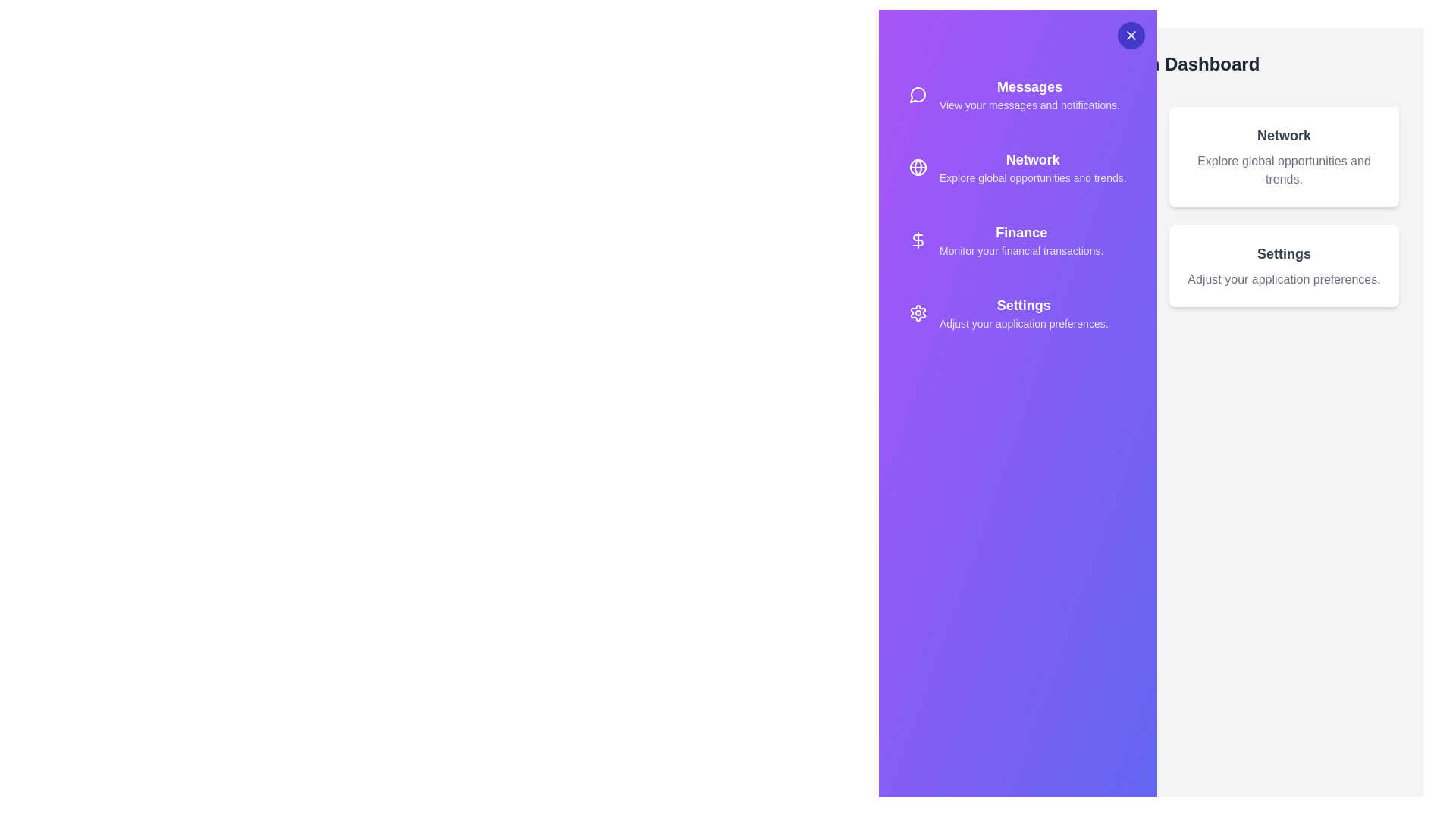 The image size is (1456, 819). Describe the element at coordinates (1018, 239) in the screenshot. I see `the option Finance from the sidebar` at that location.